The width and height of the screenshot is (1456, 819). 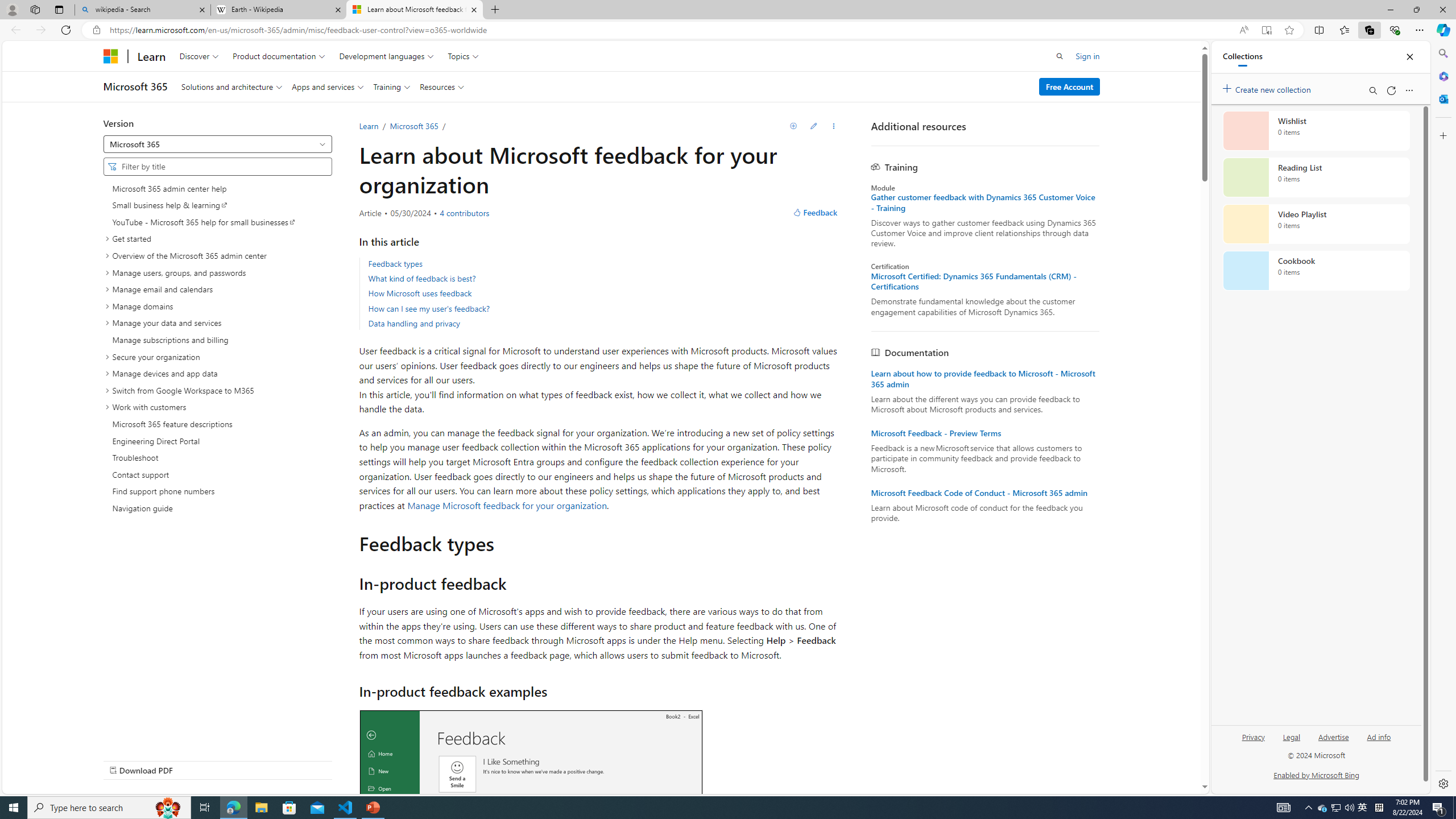 What do you see at coordinates (463, 55) in the screenshot?
I see `'Topics'` at bounding box center [463, 55].